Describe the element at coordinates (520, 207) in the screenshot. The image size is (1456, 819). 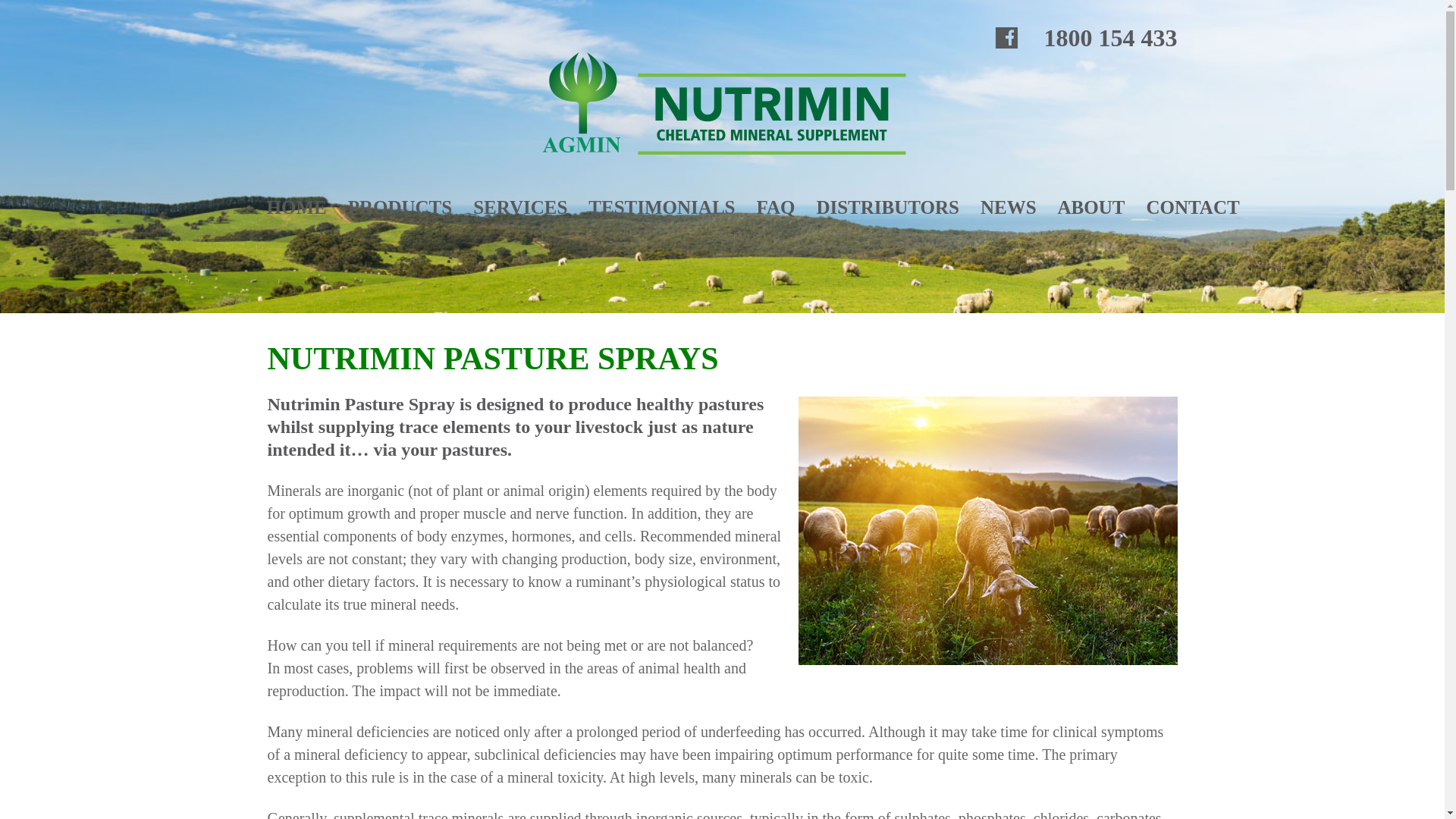
I see `'SERVICES'` at that location.